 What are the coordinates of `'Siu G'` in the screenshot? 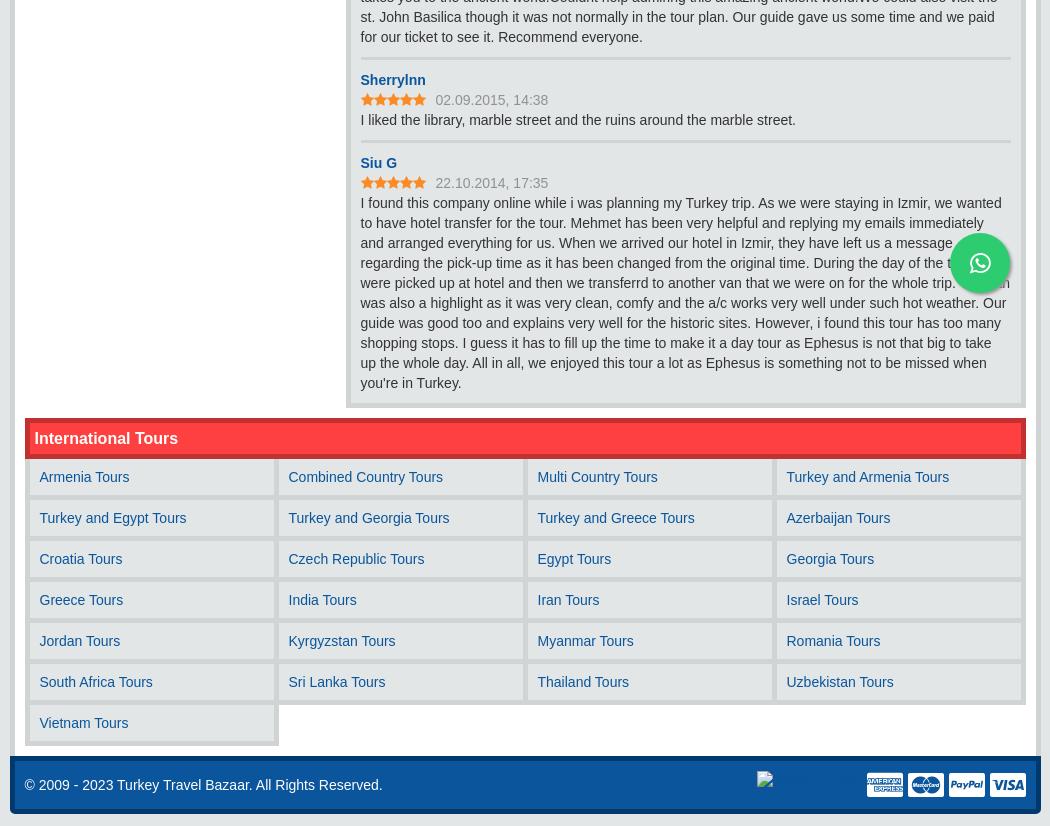 It's located at (378, 161).